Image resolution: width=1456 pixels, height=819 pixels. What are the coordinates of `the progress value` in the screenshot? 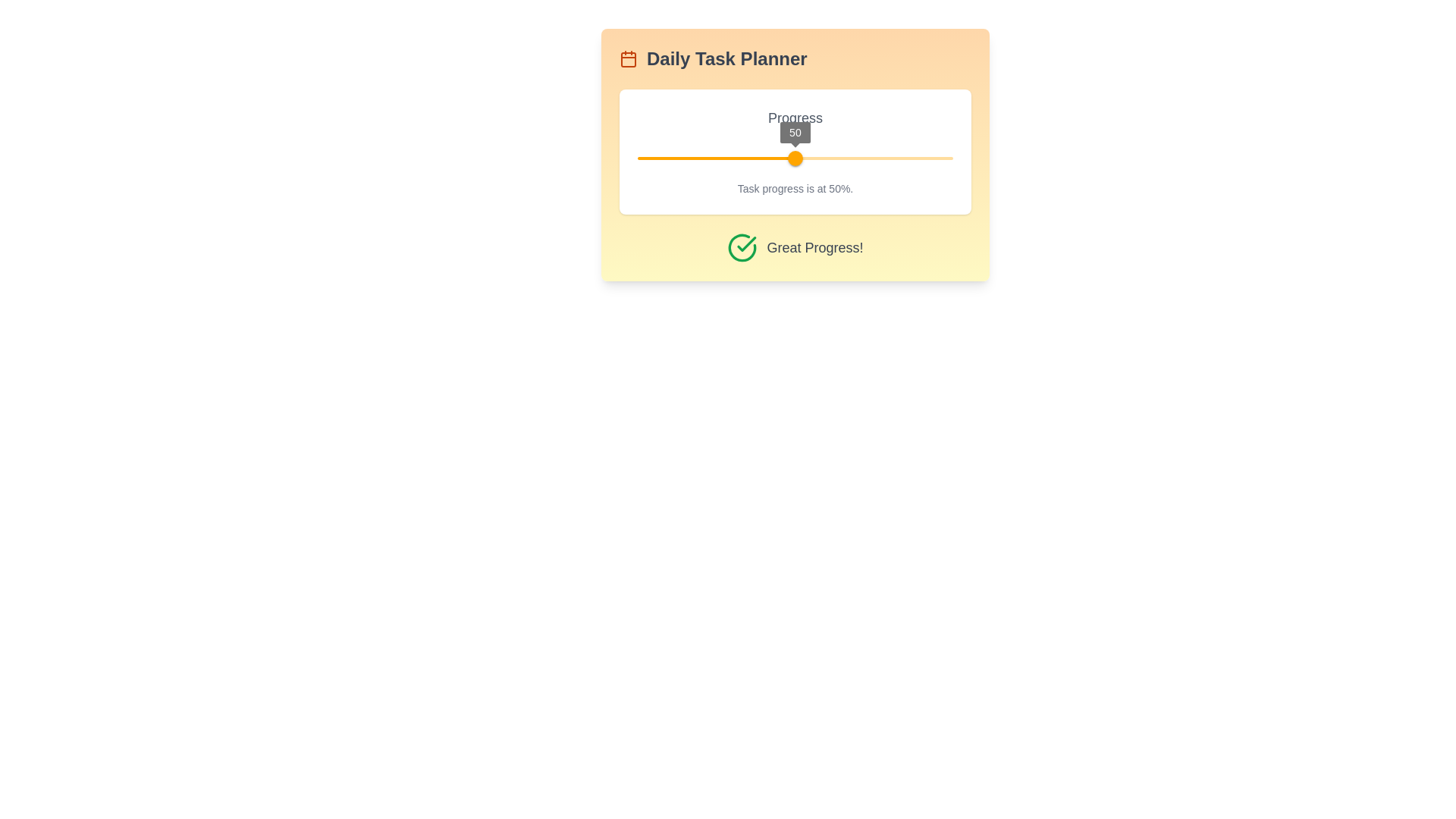 It's located at (789, 158).